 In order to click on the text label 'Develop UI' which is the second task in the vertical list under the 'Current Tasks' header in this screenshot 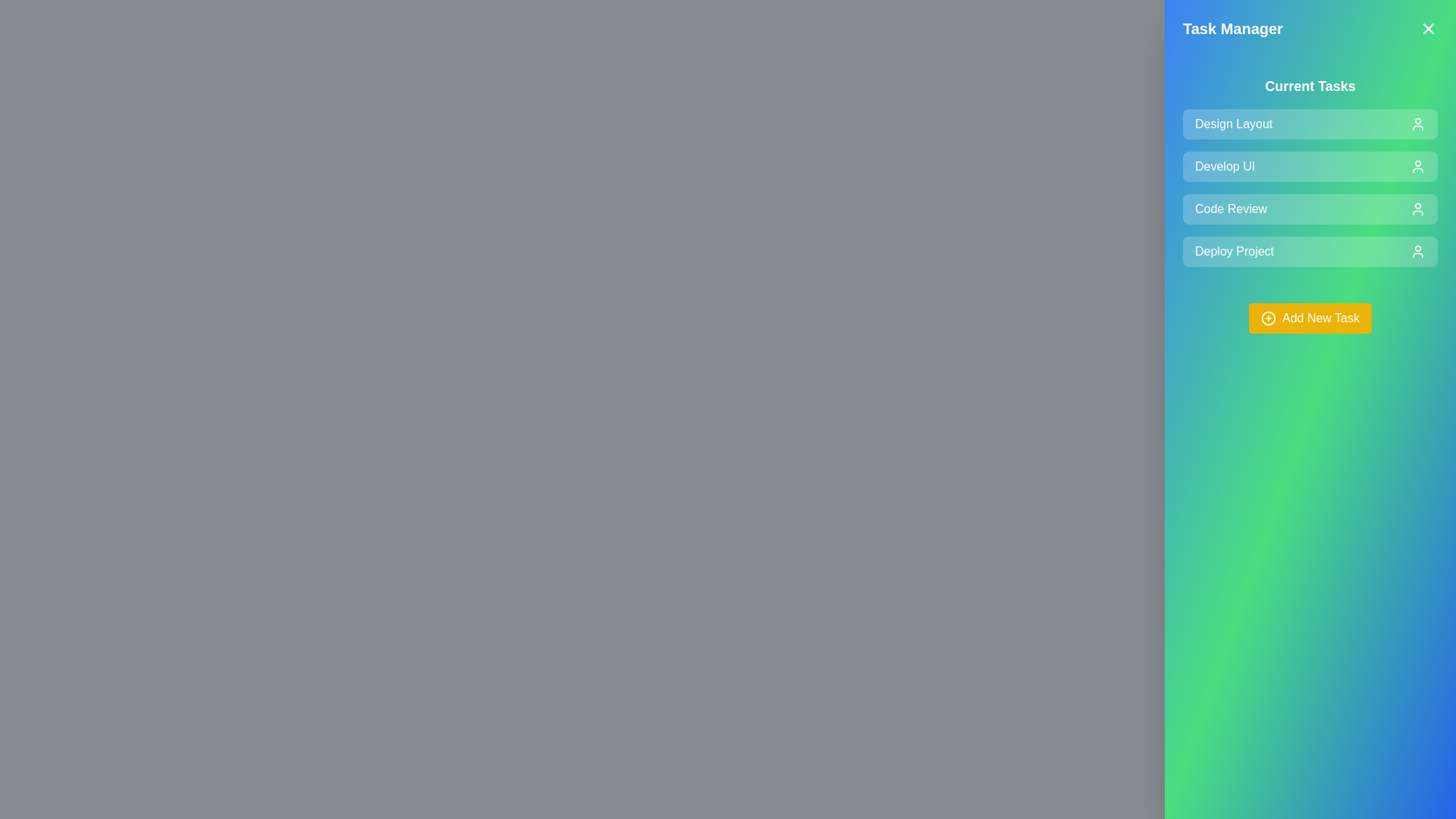, I will do `click(1225, 166)`.